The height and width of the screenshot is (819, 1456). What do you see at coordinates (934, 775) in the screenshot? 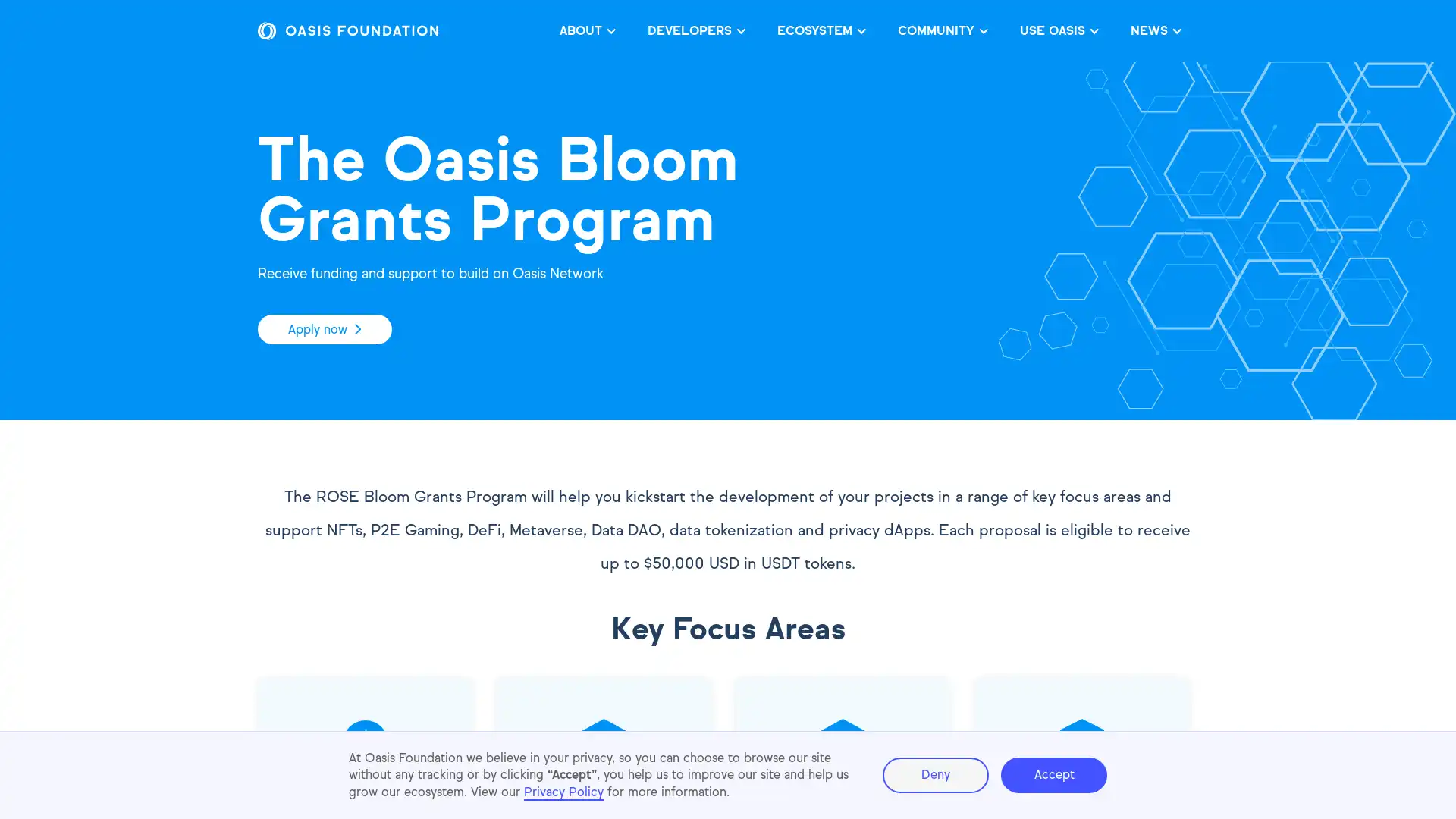
I see `Deny` at bounding box center [934, 775].